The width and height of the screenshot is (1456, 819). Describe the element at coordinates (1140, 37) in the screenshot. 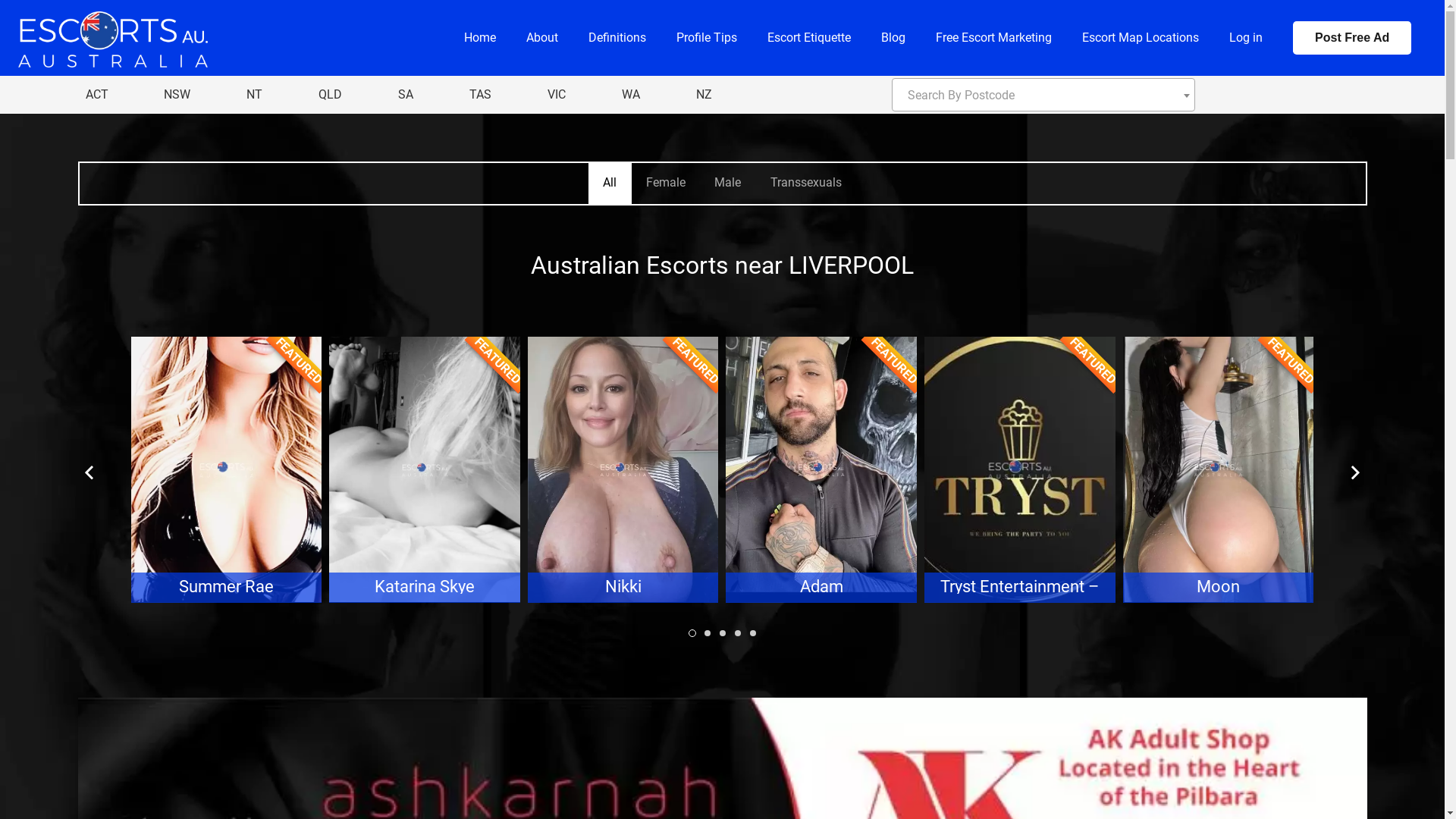

I see `'Escort Map Locations'` at that location.